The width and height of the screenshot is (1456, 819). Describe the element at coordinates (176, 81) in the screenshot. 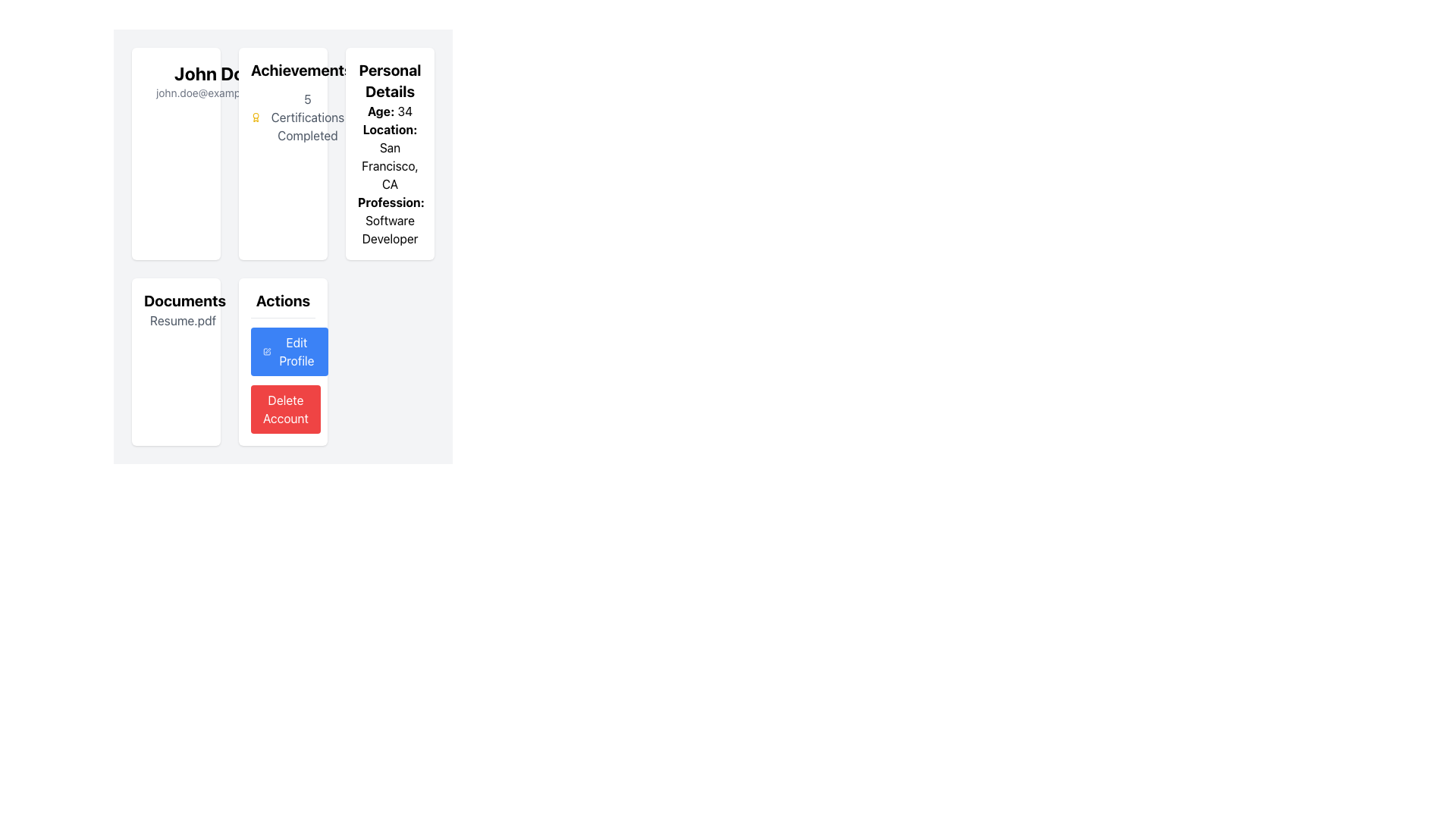

I see `displayed name 'John Doe' and email address 'john.doe@example.com' from the user's identity block located at the top section of the card layout` at that location.